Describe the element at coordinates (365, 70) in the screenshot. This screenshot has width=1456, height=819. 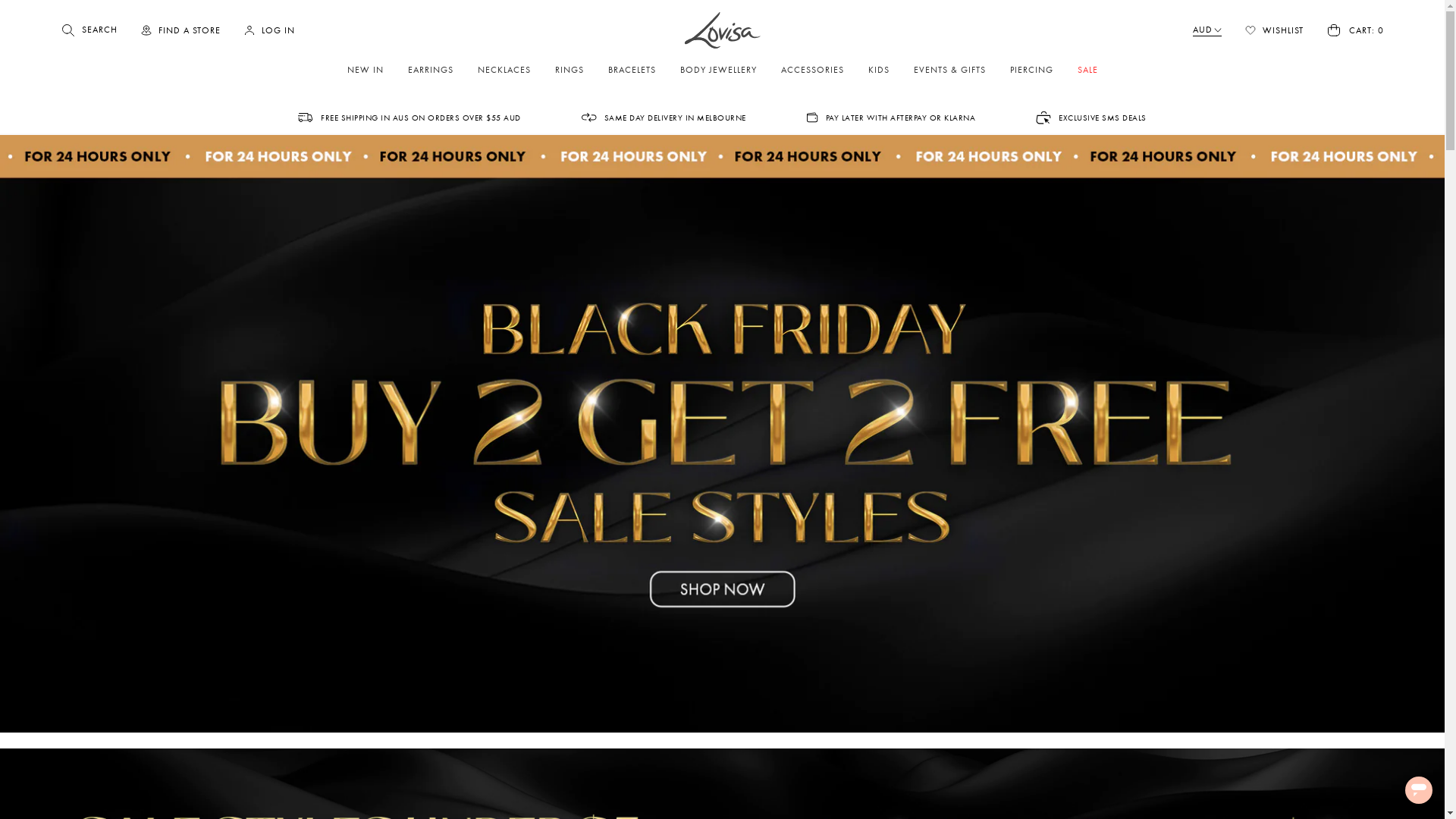
I see `'NEW IN'` at that location.